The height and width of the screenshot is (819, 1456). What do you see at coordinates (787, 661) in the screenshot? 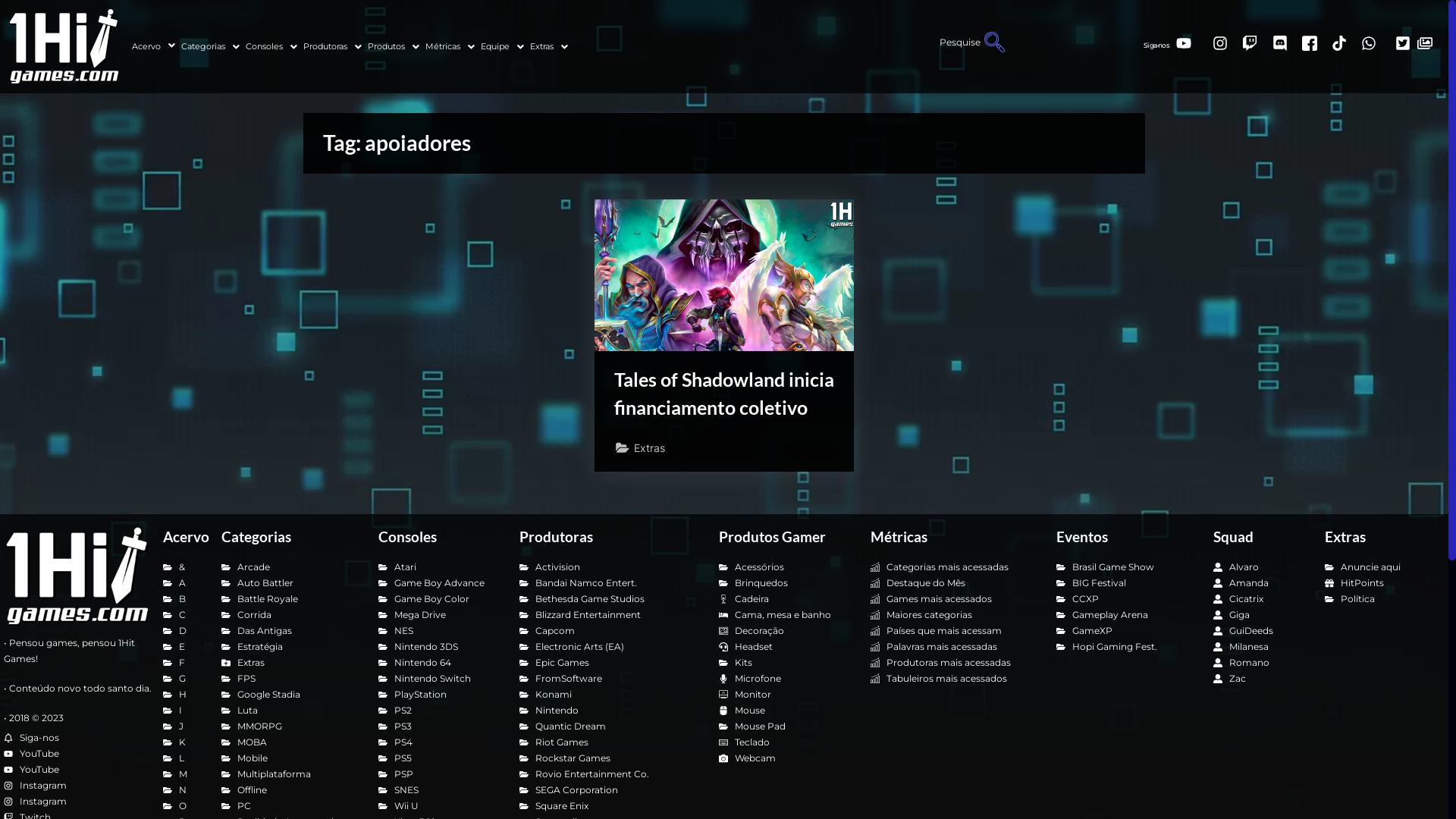
I see `'Kits'` at bounding box center [787, 661].